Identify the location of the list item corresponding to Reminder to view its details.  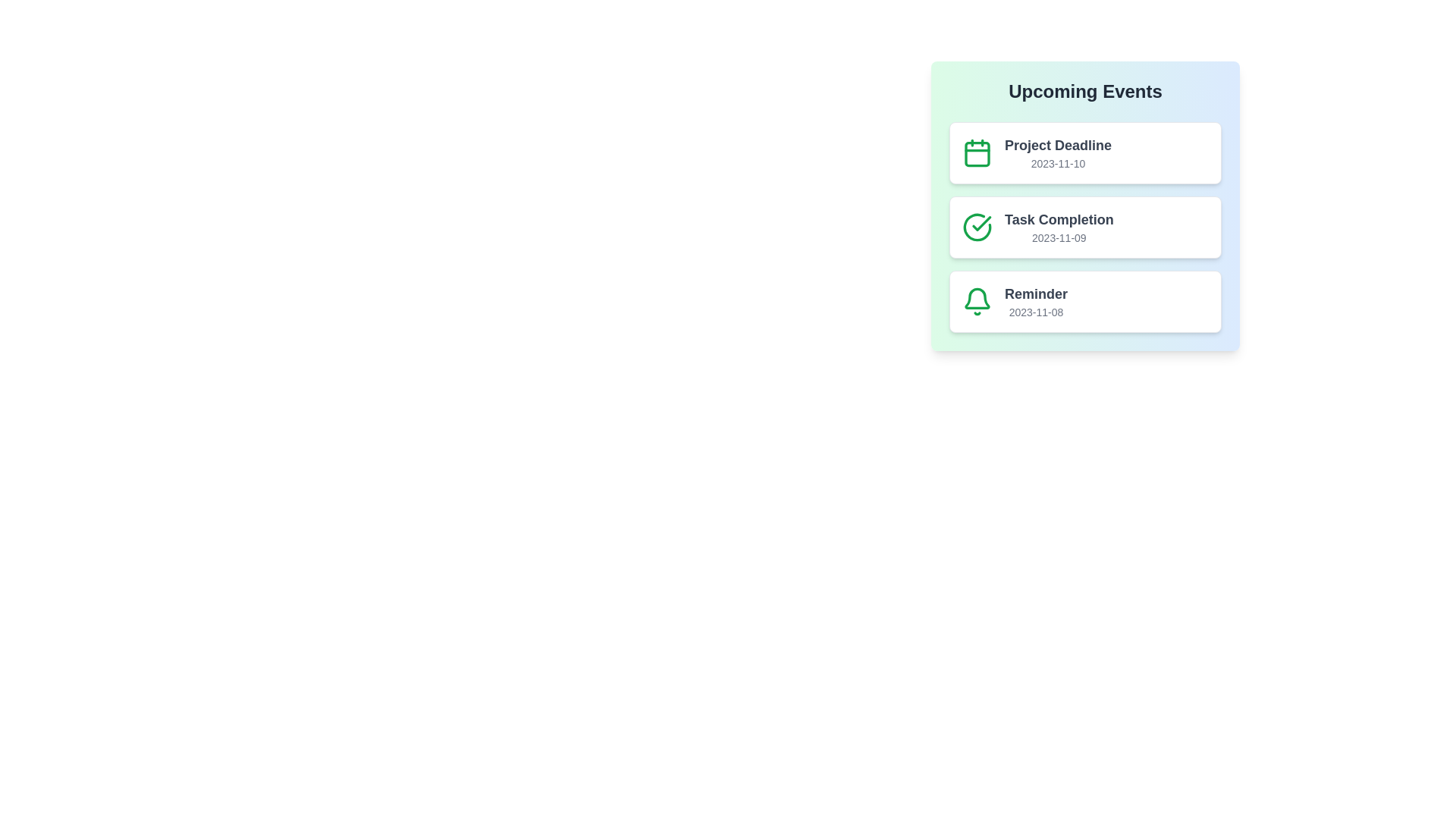
(1084, 301).